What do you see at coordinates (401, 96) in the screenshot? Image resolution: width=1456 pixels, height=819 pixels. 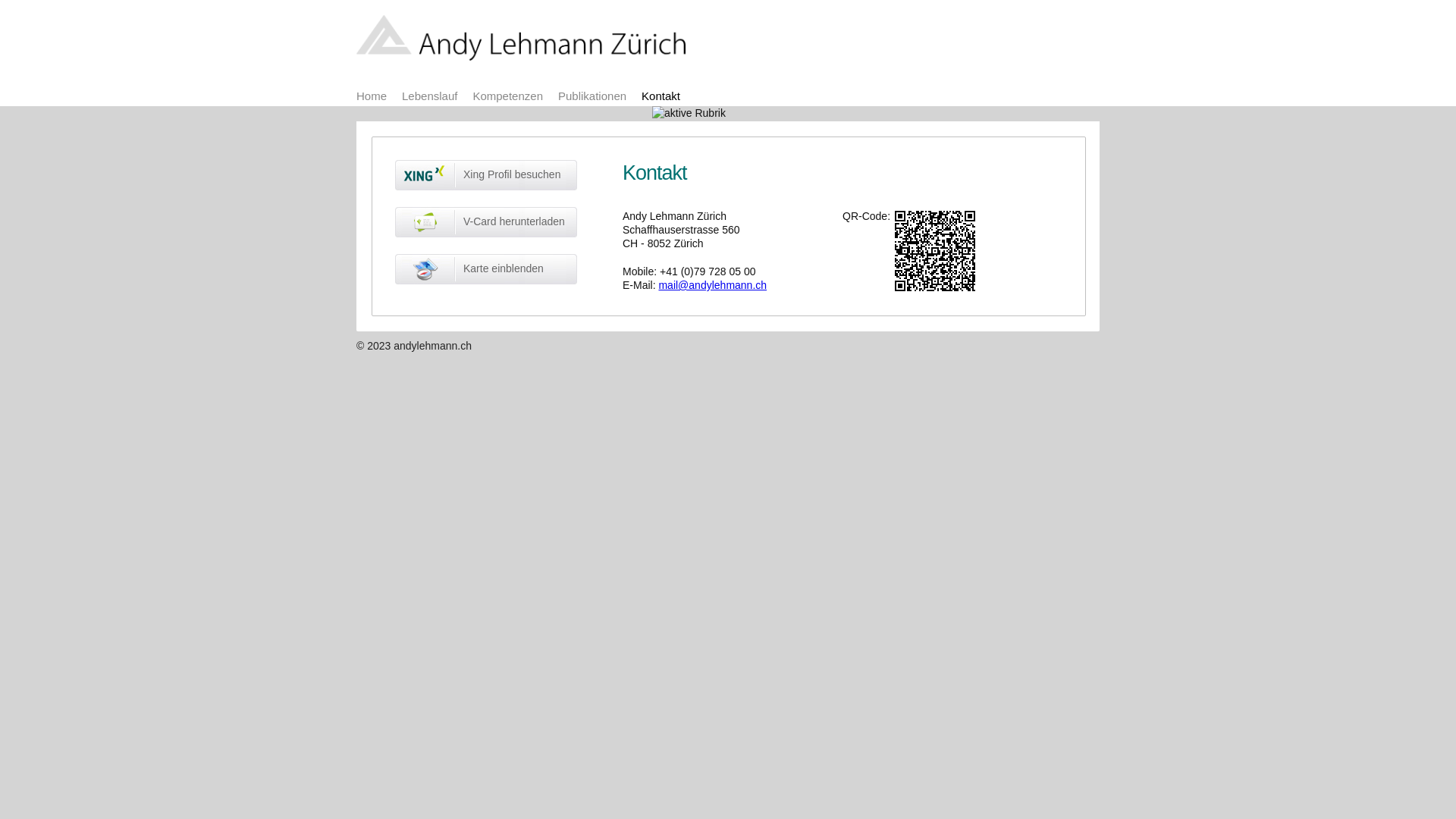 I see `'Lebenslauf'` at bounding box center [401, 96].